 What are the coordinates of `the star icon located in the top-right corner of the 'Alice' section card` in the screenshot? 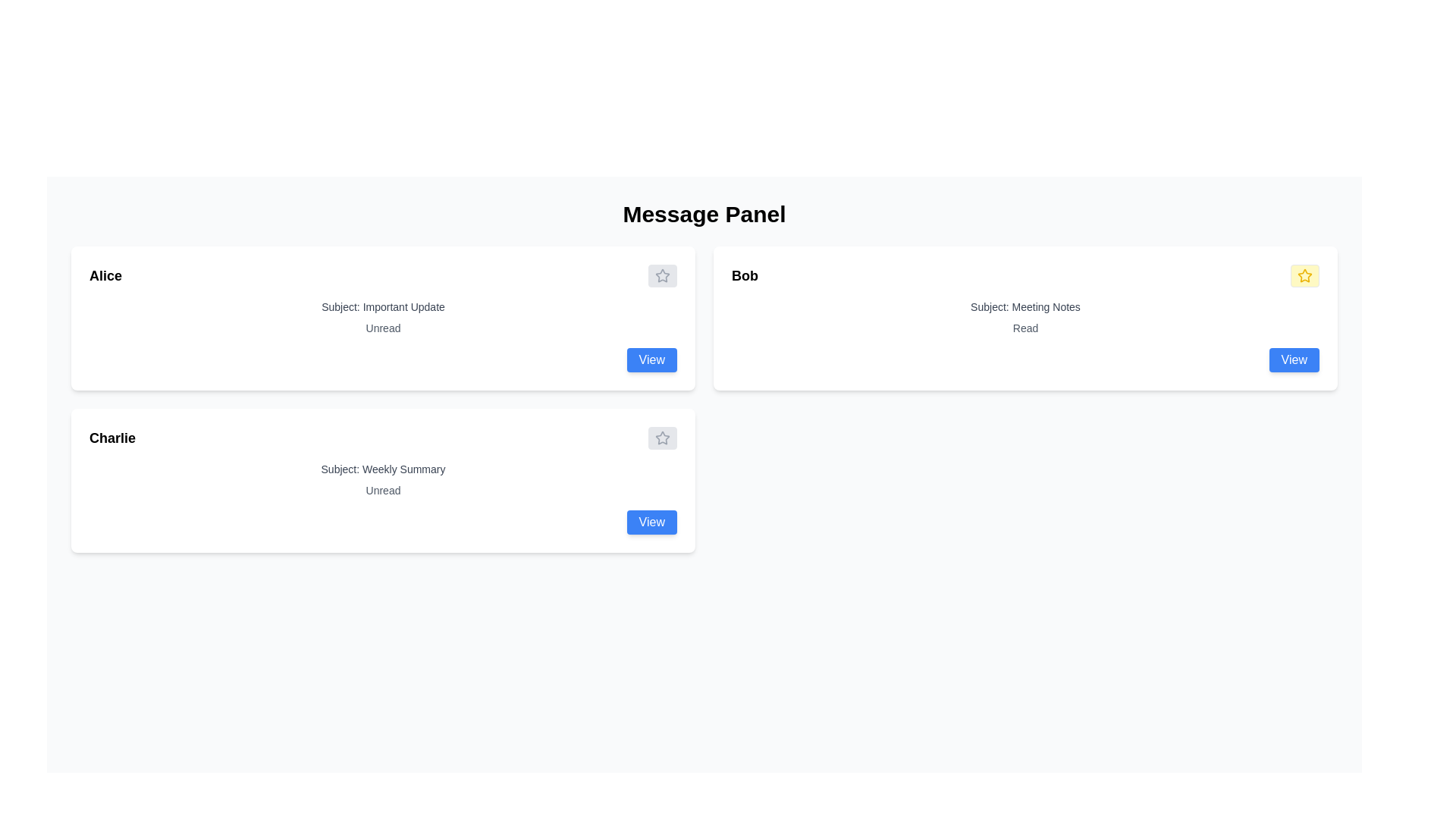 It's located at (662, 275).